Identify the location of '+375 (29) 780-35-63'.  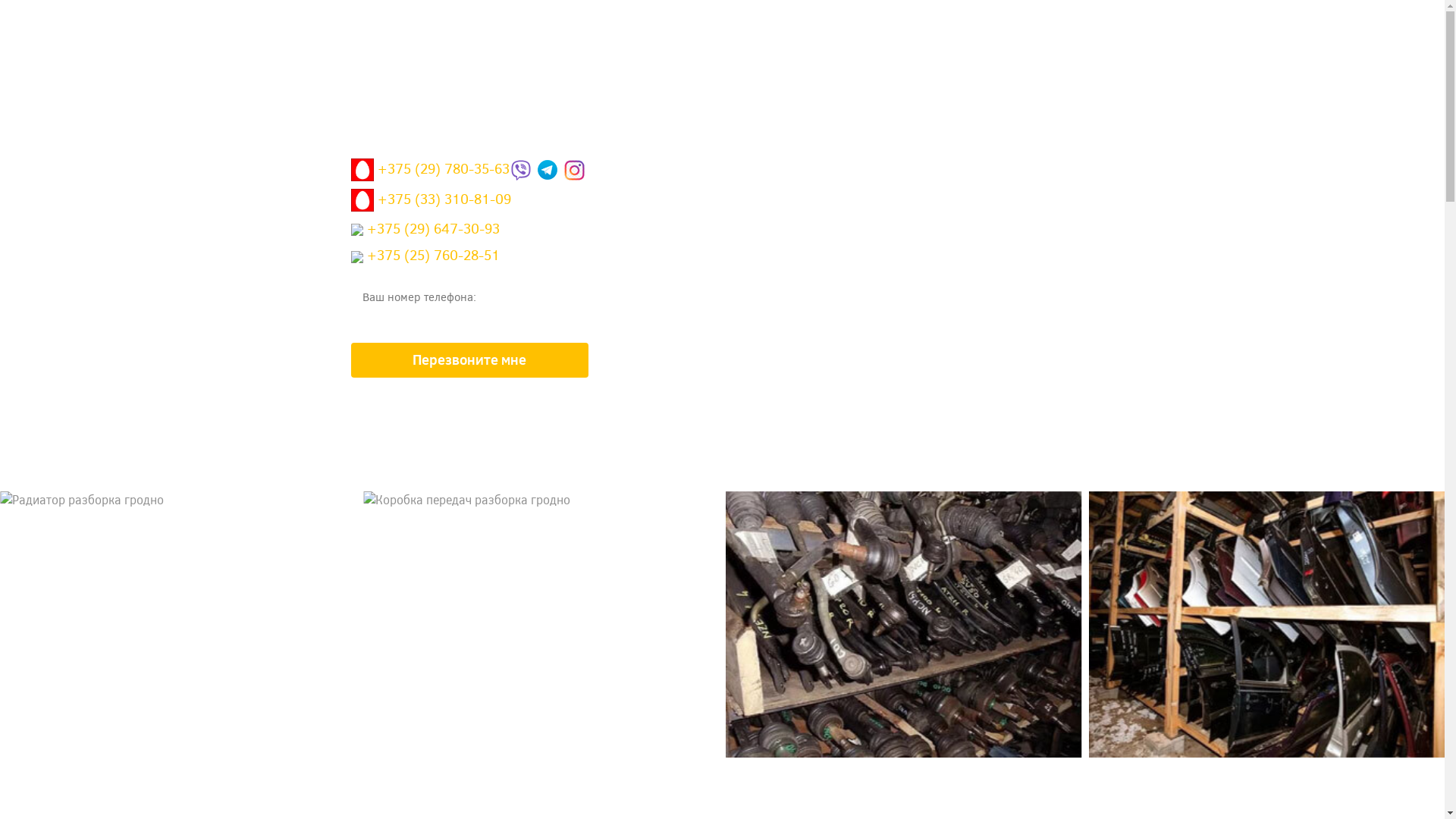
(428, 172).